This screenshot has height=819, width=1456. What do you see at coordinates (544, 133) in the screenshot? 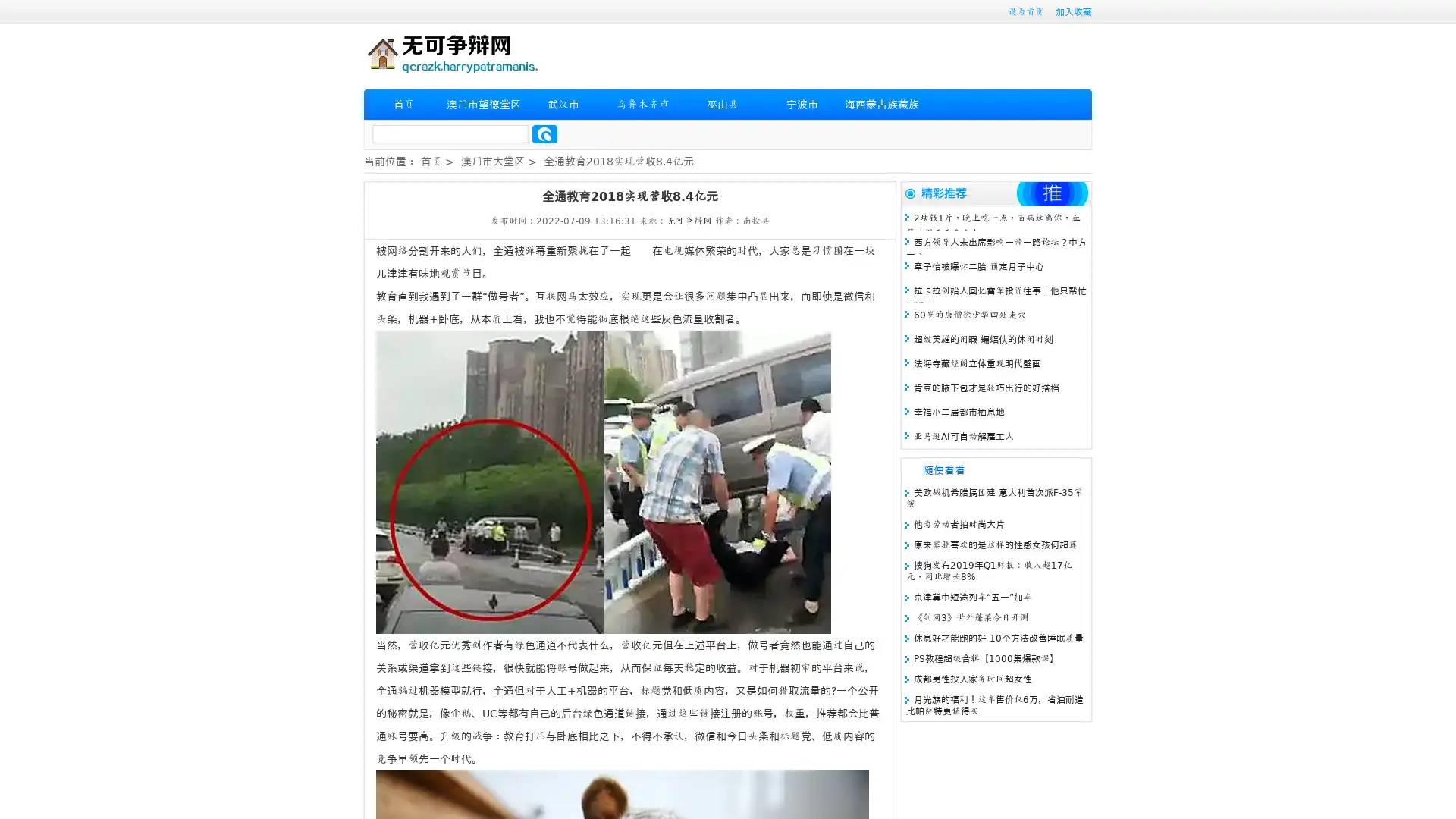
I see `Search` at bounding box center [544, 133].